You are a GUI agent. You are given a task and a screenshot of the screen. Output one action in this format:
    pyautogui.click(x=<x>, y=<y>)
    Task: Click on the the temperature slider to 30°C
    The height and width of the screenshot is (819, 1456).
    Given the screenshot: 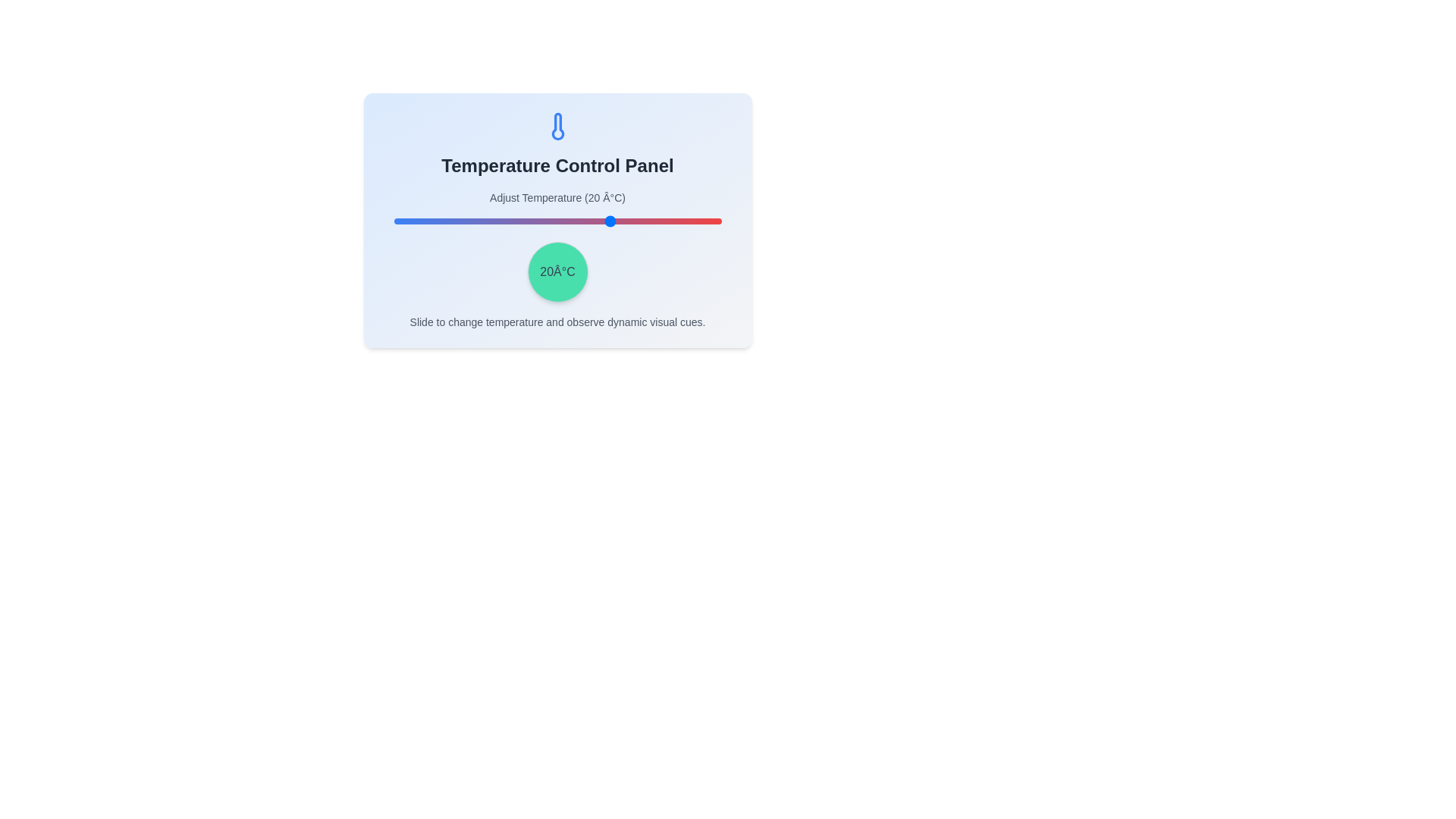 What is the action you would take?
    pyautogui.click(x=648, y=221)
    